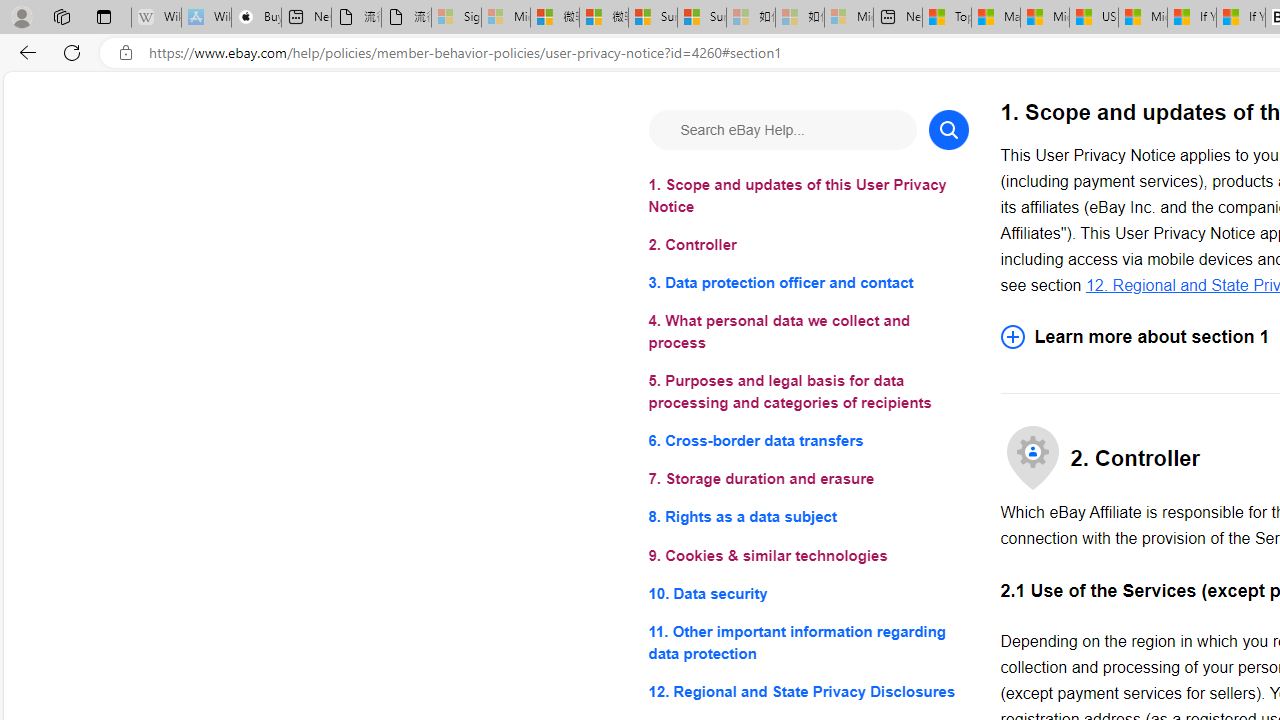  What do you see at coordinates (808, 516) in the screenshot?
I see `'8. Rights as a data subject'` at bounding box center [808, 516].